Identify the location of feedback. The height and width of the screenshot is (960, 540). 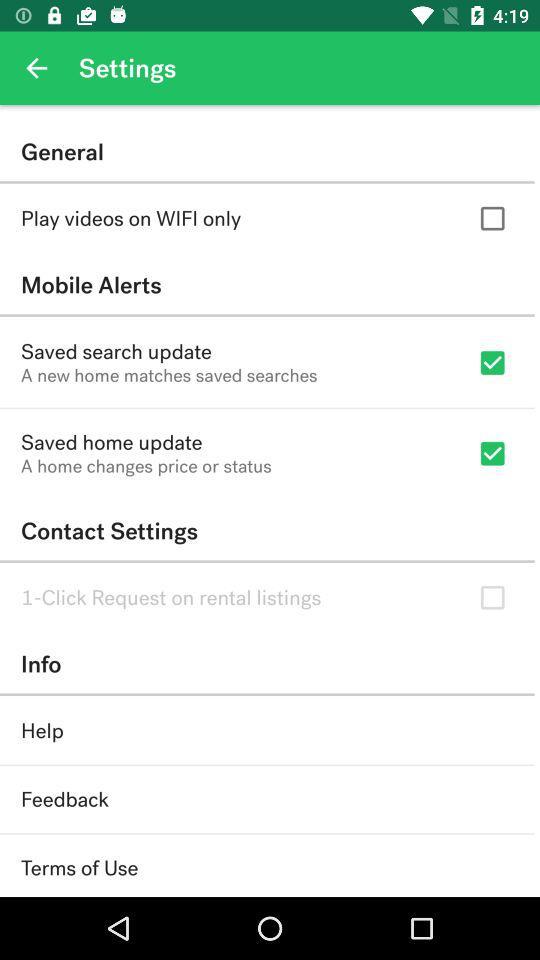
(64, 799).